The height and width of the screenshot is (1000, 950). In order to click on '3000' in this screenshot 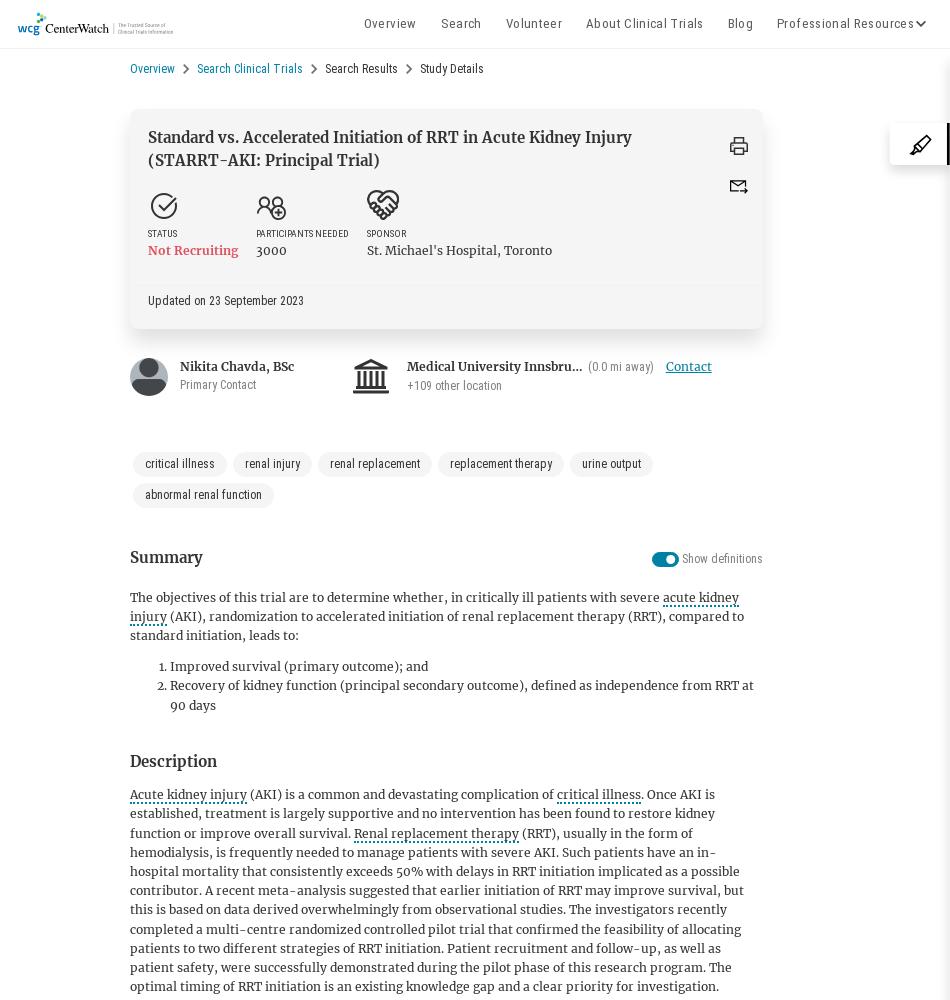, I will do `click(270, 250)`.